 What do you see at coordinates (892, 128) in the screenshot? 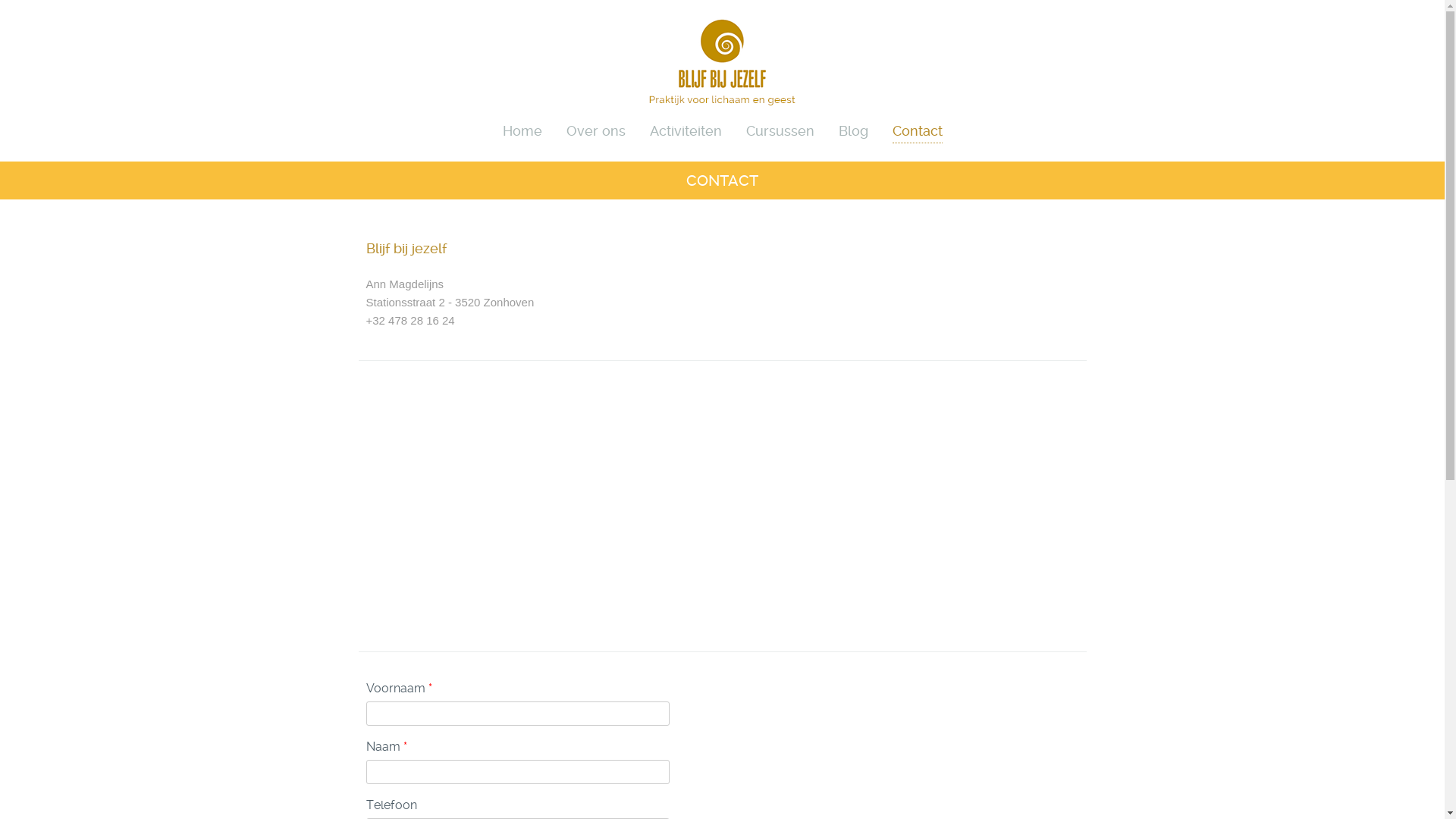
I see `'Contact'` at bounding box center [892, 128].